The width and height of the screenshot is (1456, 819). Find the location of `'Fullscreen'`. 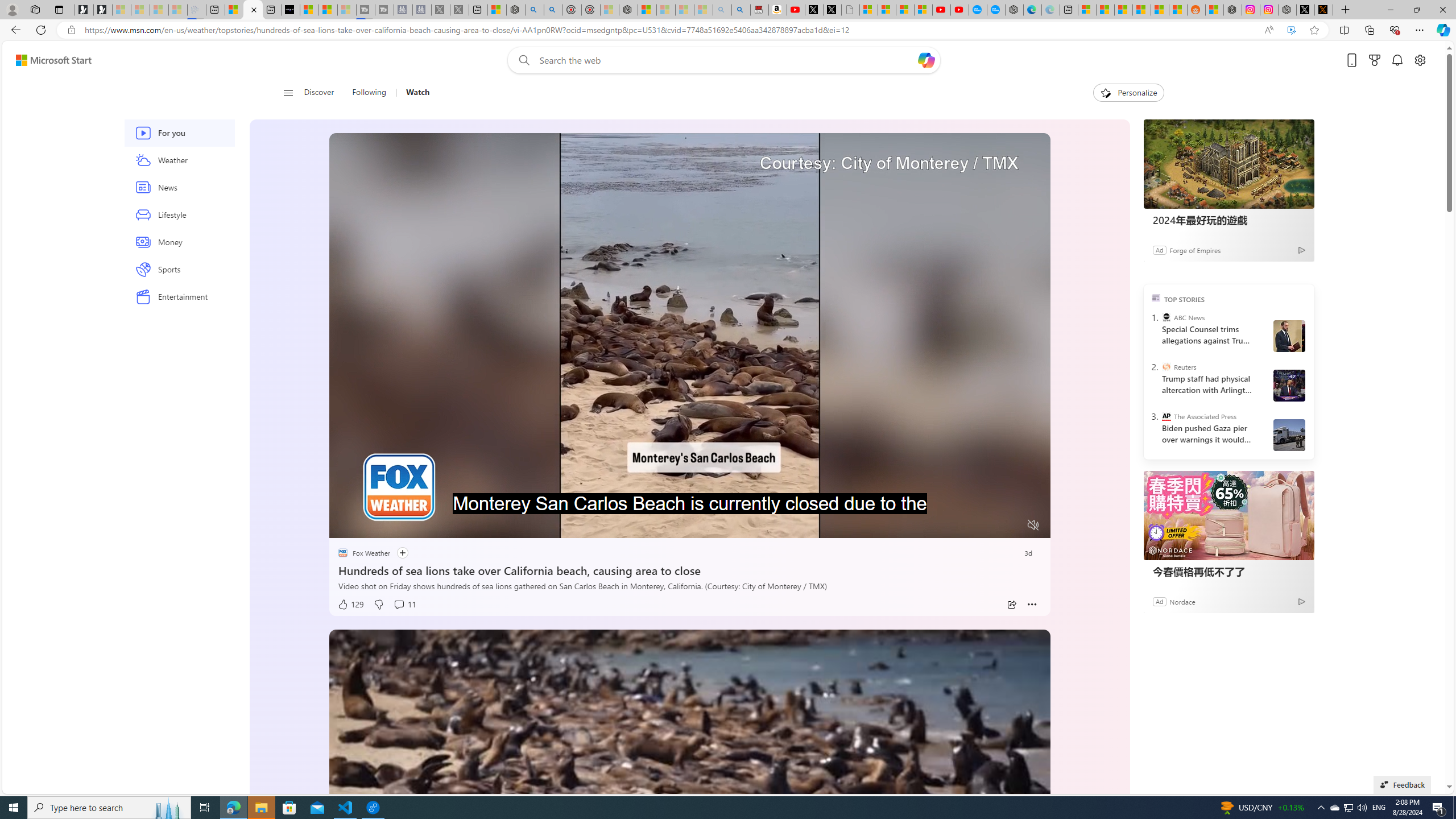

'Fullscreen' is located at coordinates (1011, 525).